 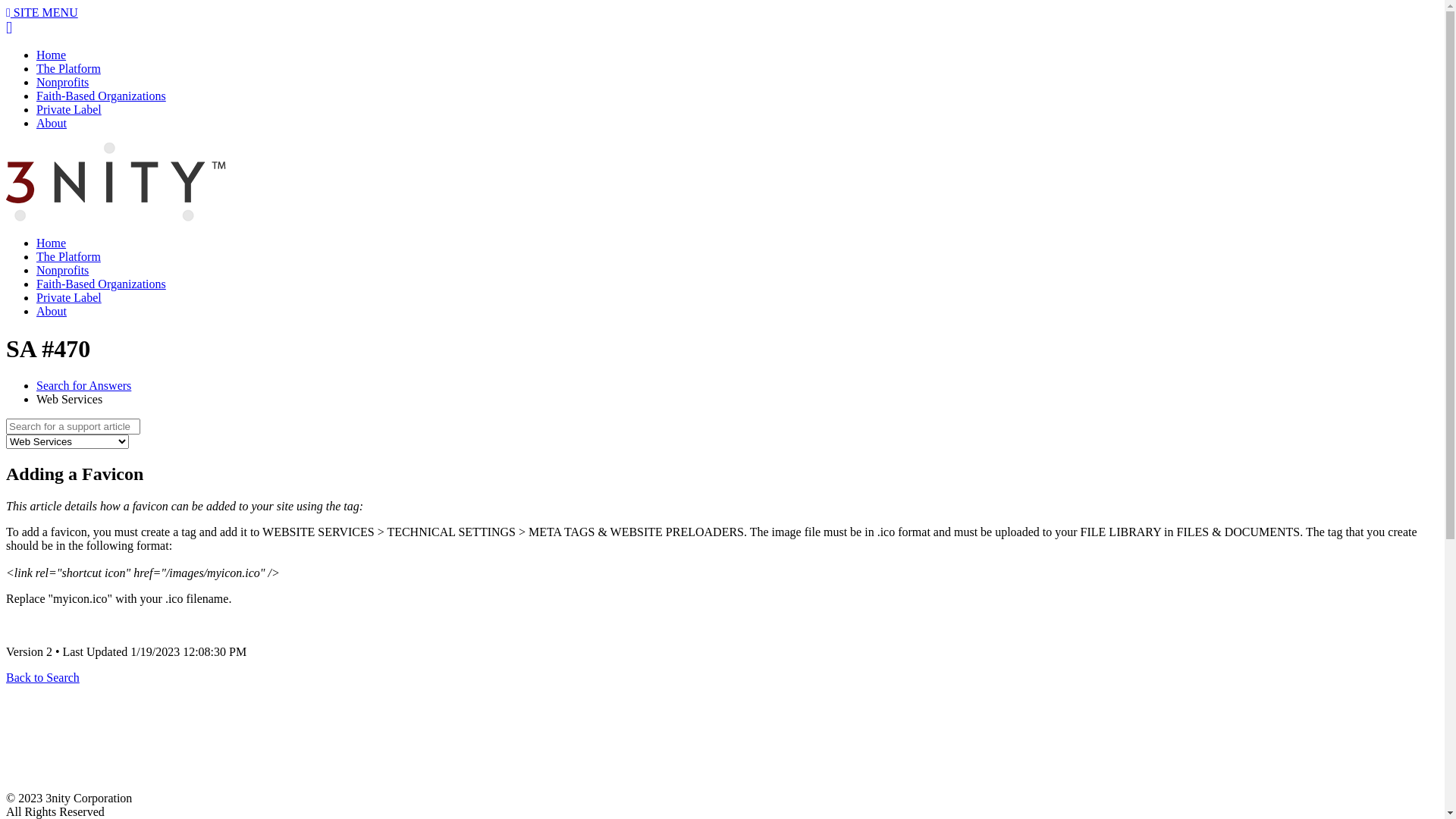 I want to click on 'SITE MENU', so click(x=6, y=12).